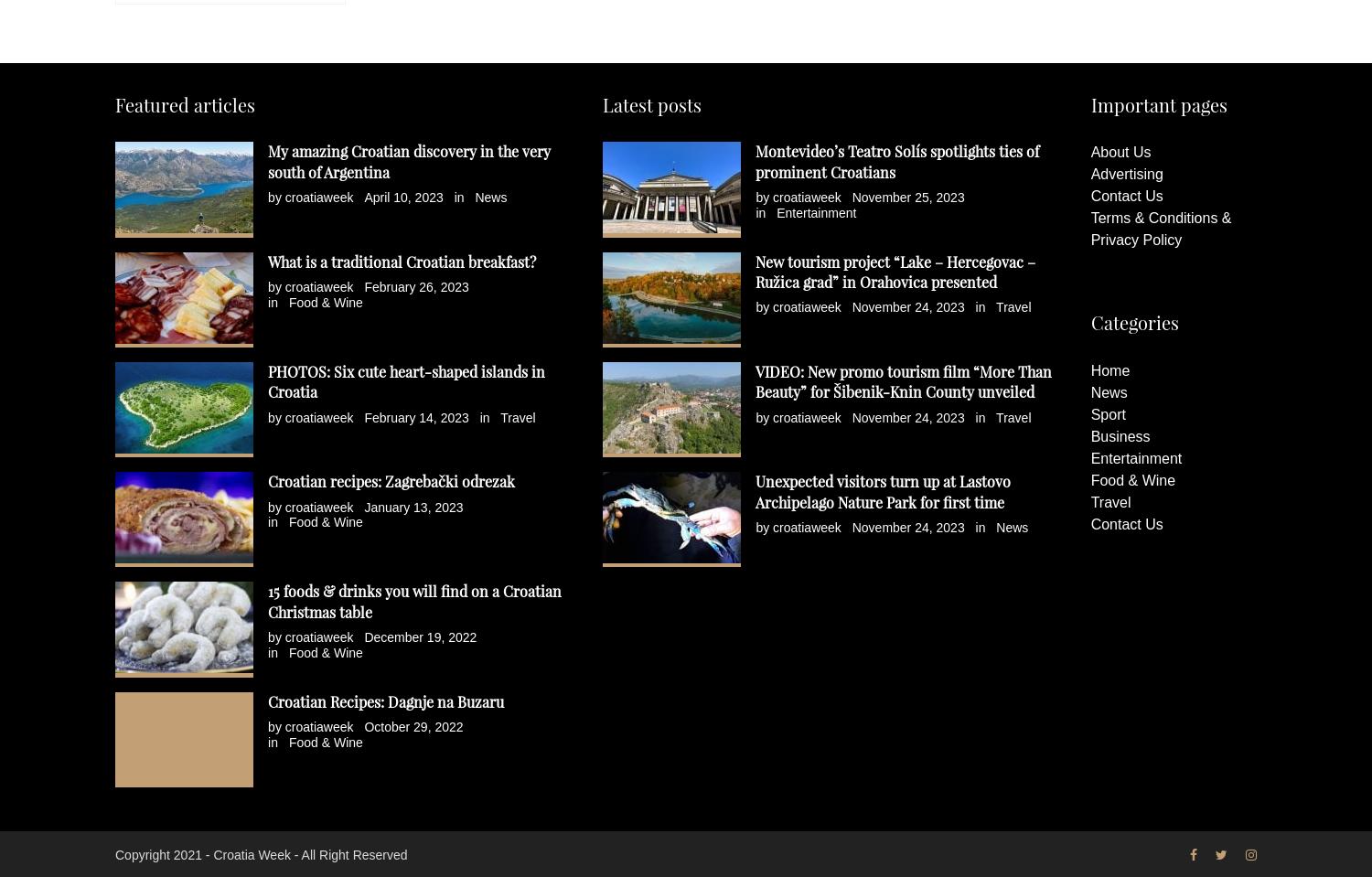 Image resolution: width=1372 pixels, height=877 pixels. What do you see at coordinates (267, 701) in the screenshot?
I see `'Croatian Recipes: Dagnje na Buzaru'` at bounding box center [267, 701].